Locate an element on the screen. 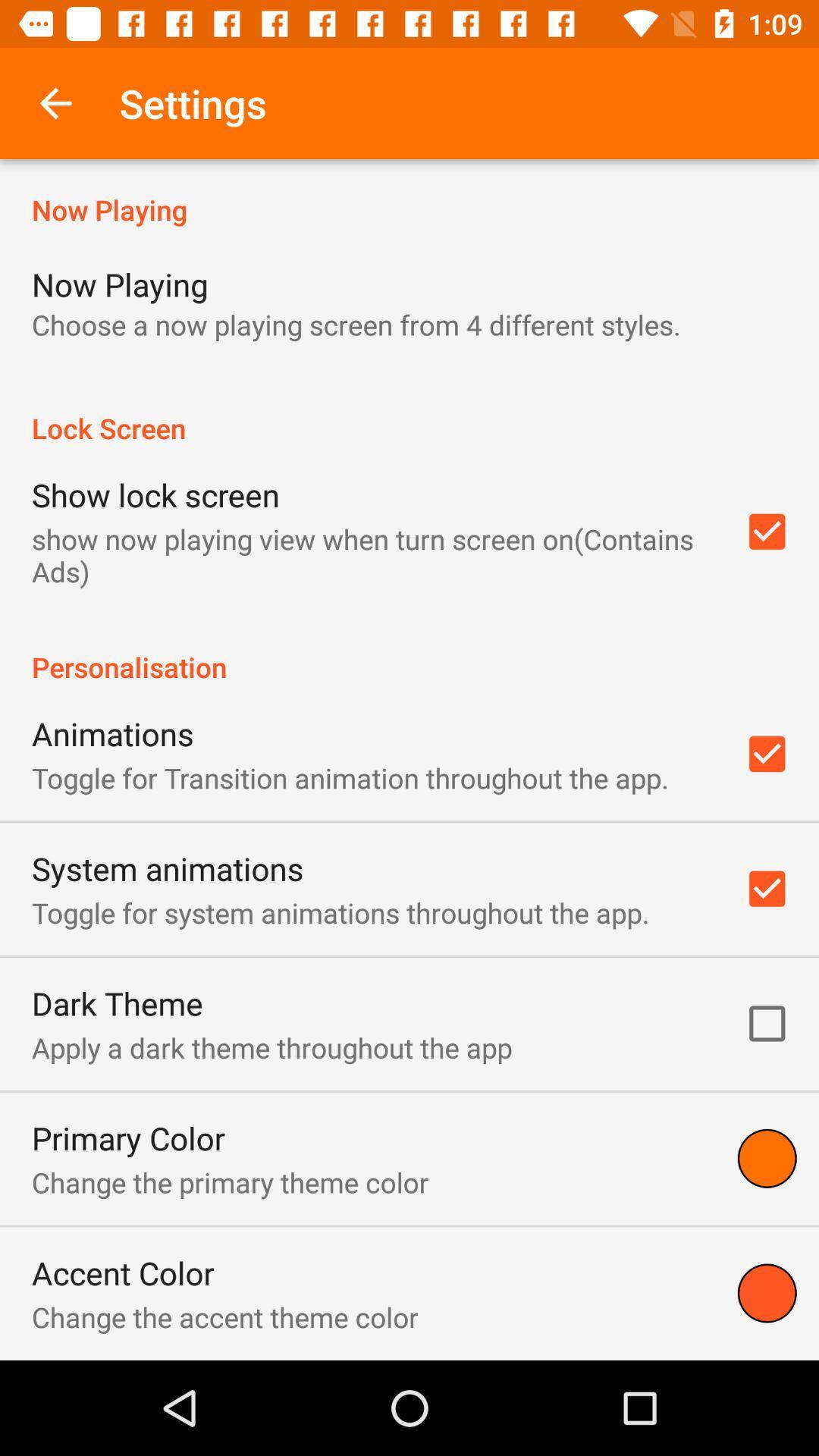  the icon below the dark theme icon is located at coordinates (271, 1046).